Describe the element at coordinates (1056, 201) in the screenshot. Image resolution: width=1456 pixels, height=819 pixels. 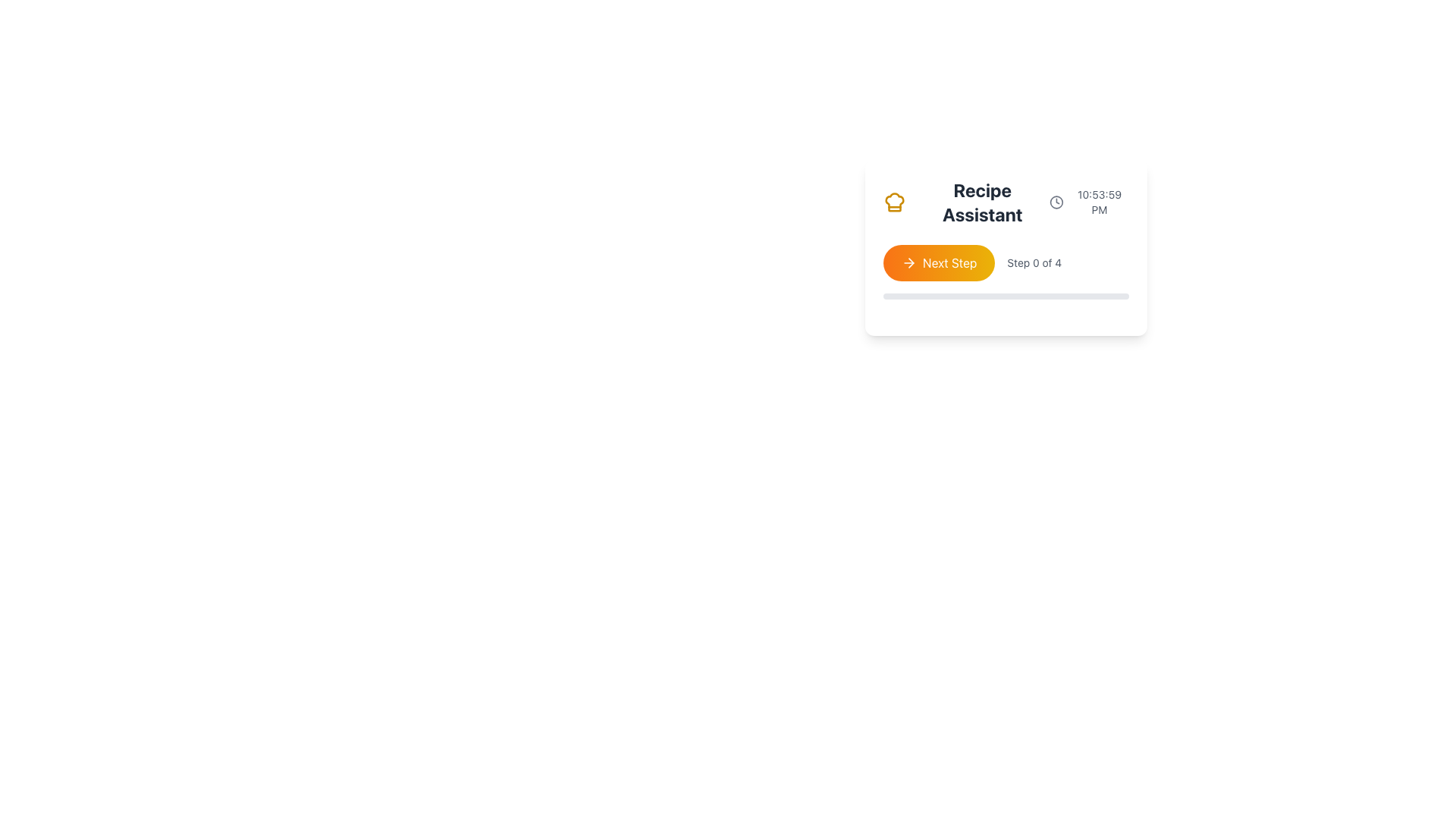
I see `the circular graphical shape that forms part of the clock icon located at the top-right section of the user interface card` at that location.